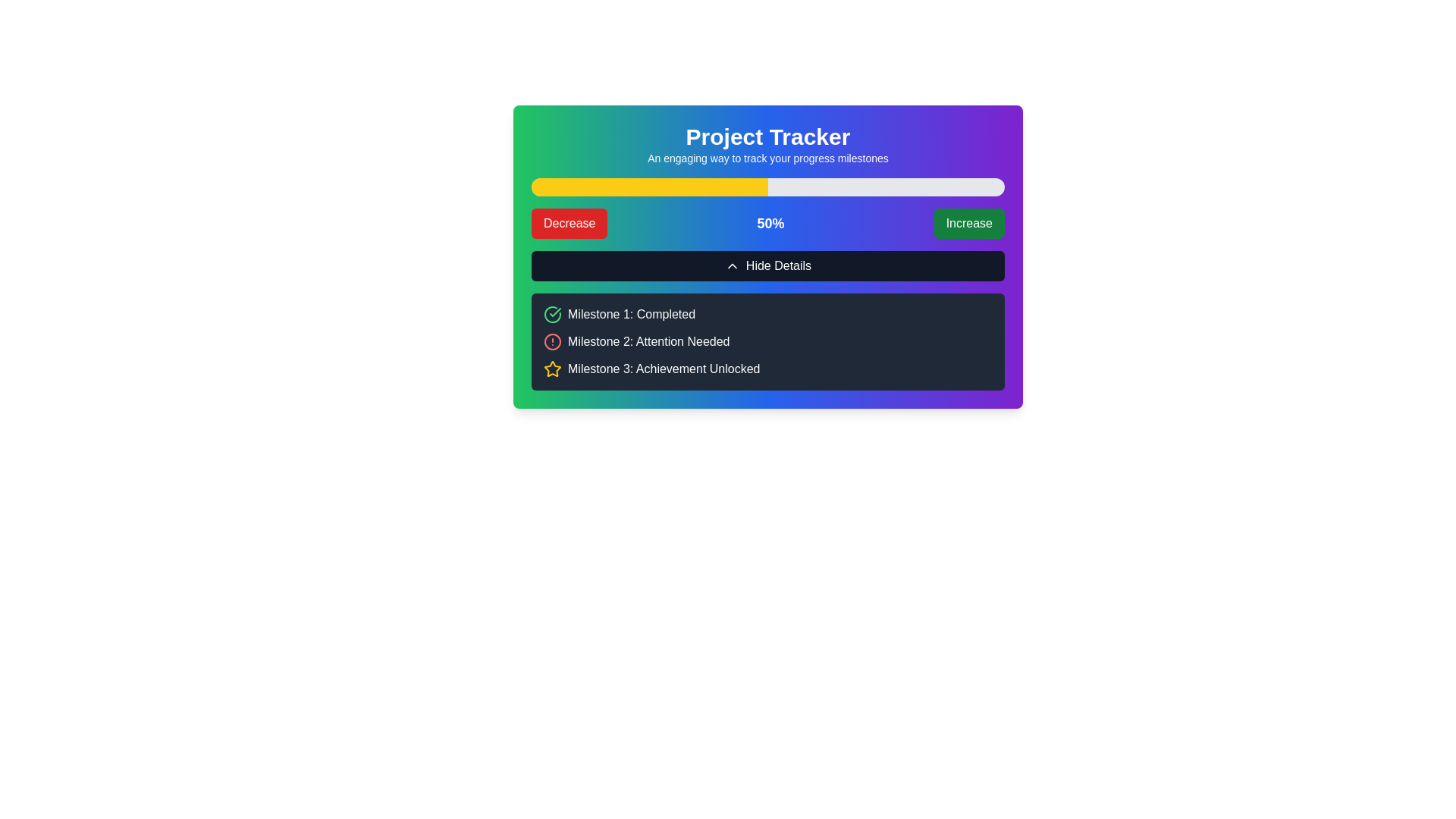 The width and height of the screenshot is (1456, 819). Describe the element at coordinates (767, 158) in the screenshot. I see `the static text subtitle 'An engaging way to track your progress milestones' which is located directly below the title 'Project Tracker' in the header section of the card layout` at that location.